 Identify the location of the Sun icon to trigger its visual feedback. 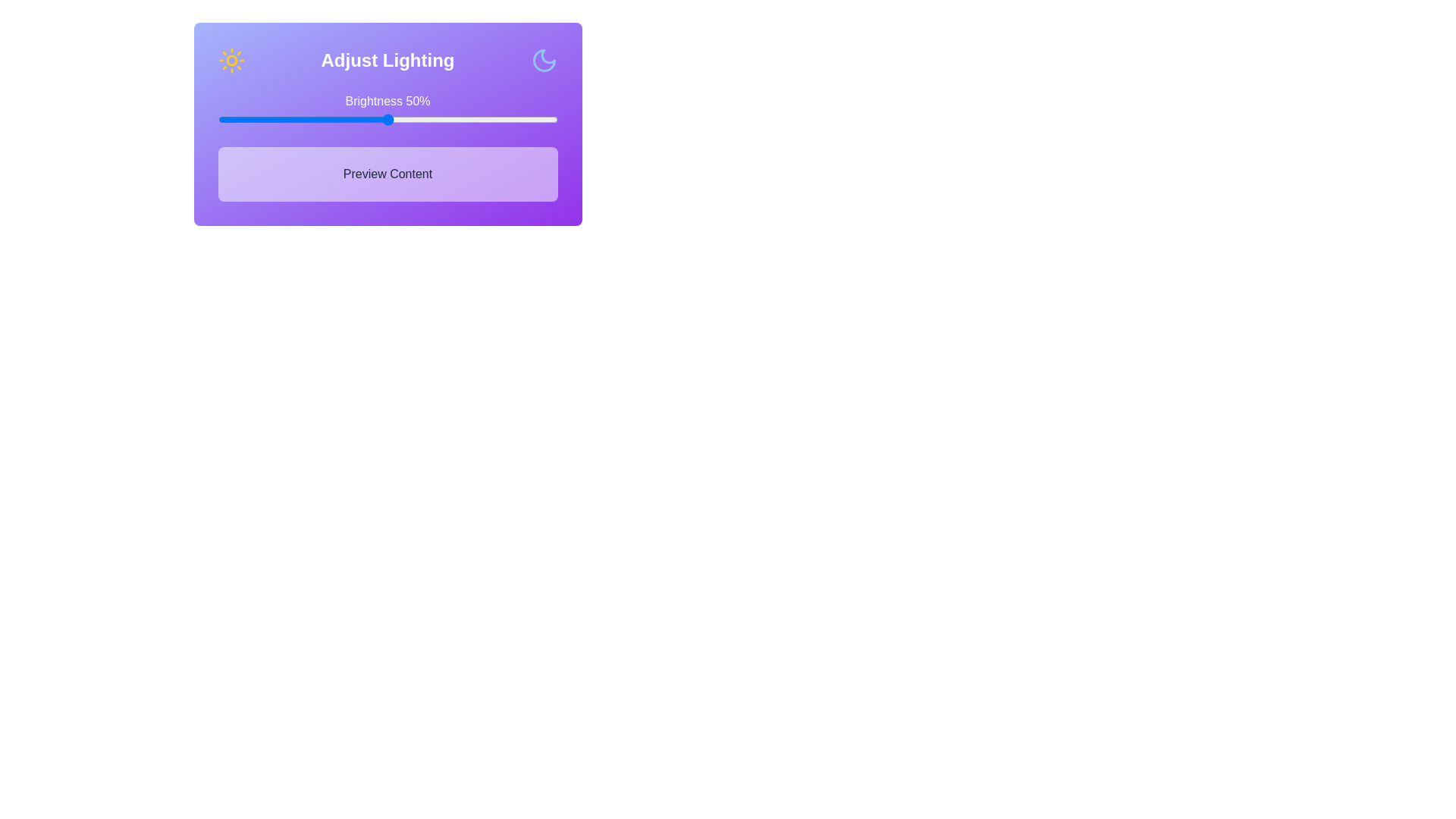
(231, 60).